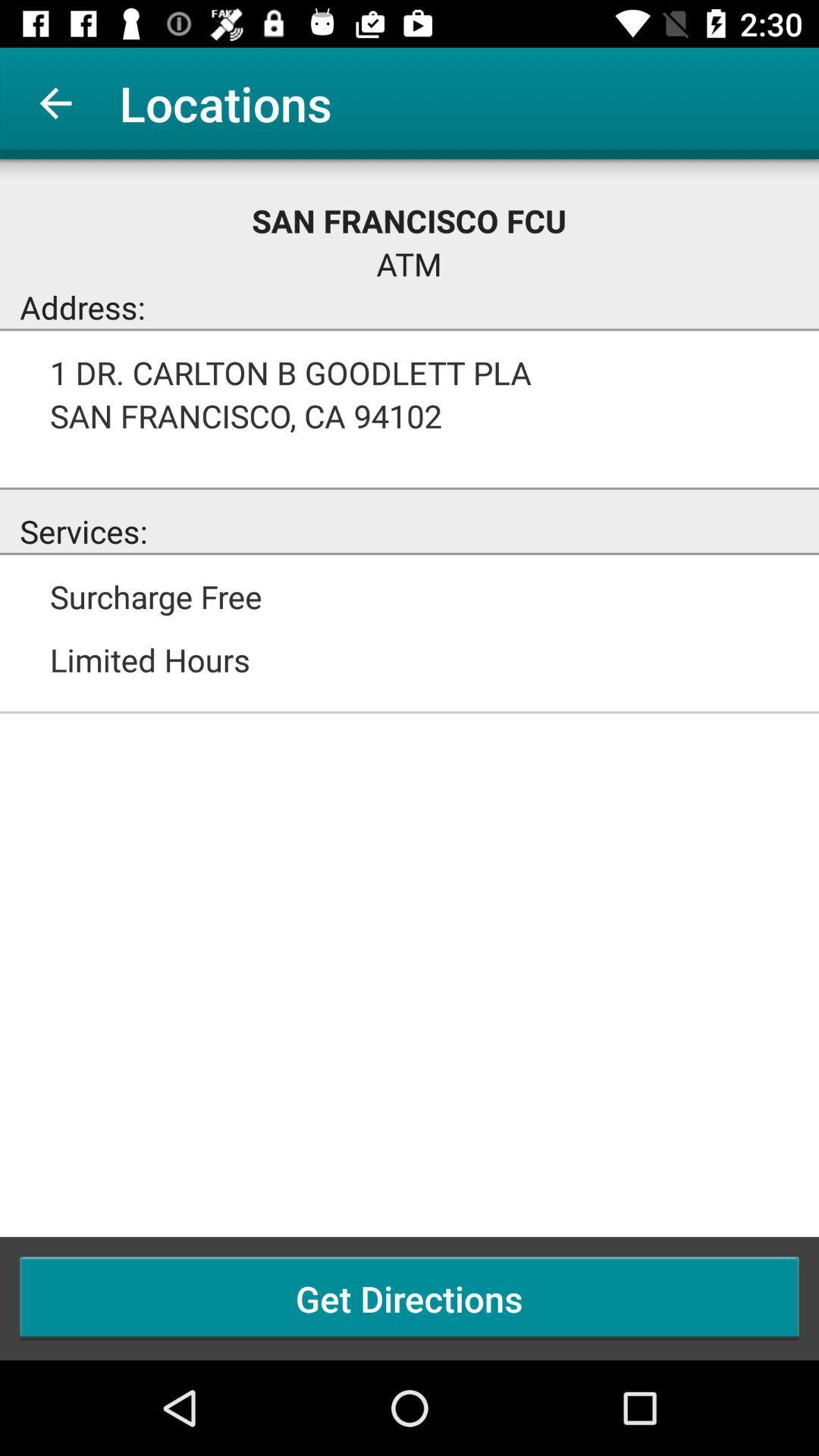 The width and height of the screenshot is (819, 1456). Describe the element at coordinates (55, 102) in the screenshot. I see `icon to the left of locations` at that location.